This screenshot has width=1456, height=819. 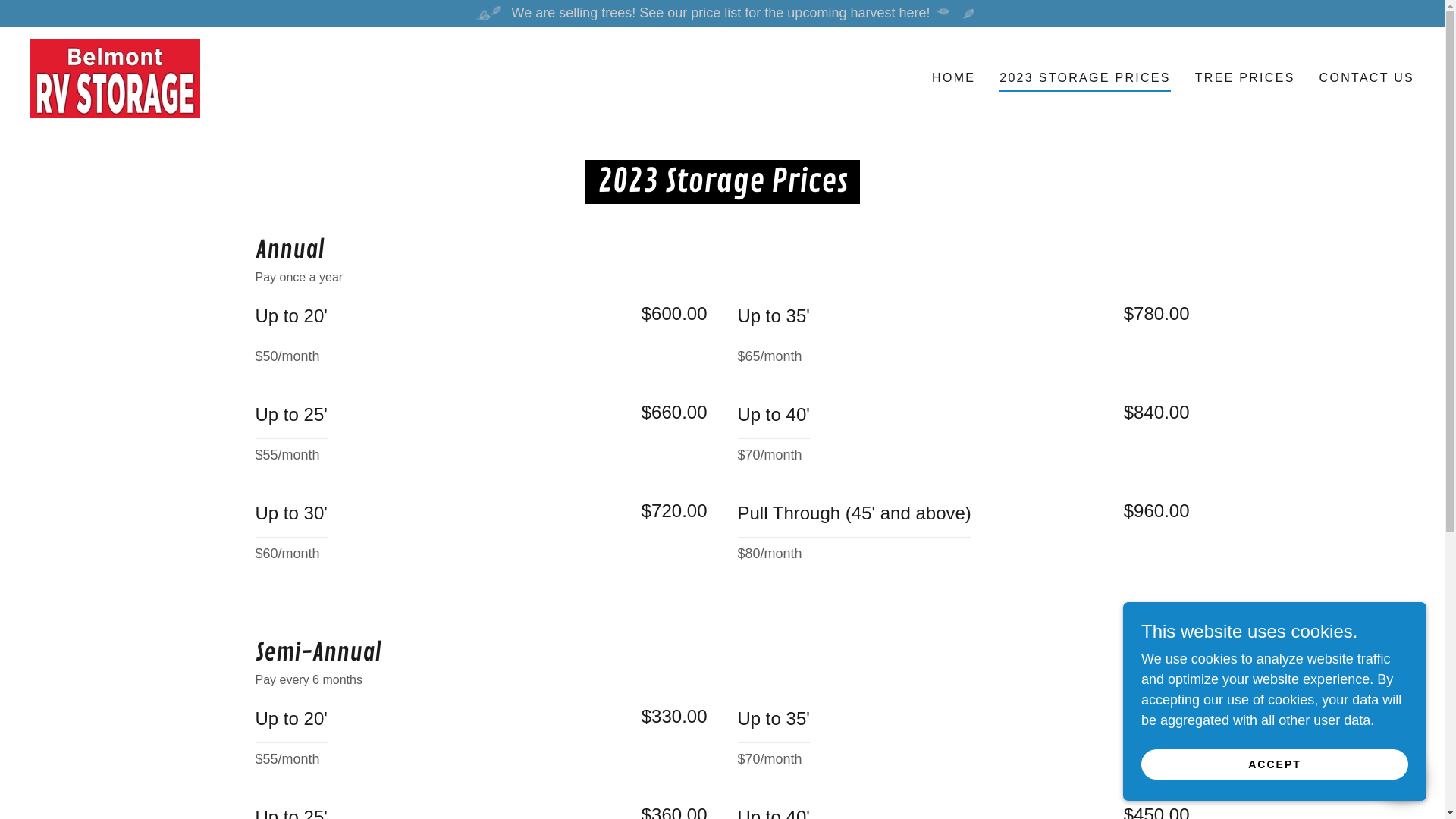 What do you see at coordinates (927, 78) in the screenshot?
I see `'HOME'` at bounding box center [927, 78].